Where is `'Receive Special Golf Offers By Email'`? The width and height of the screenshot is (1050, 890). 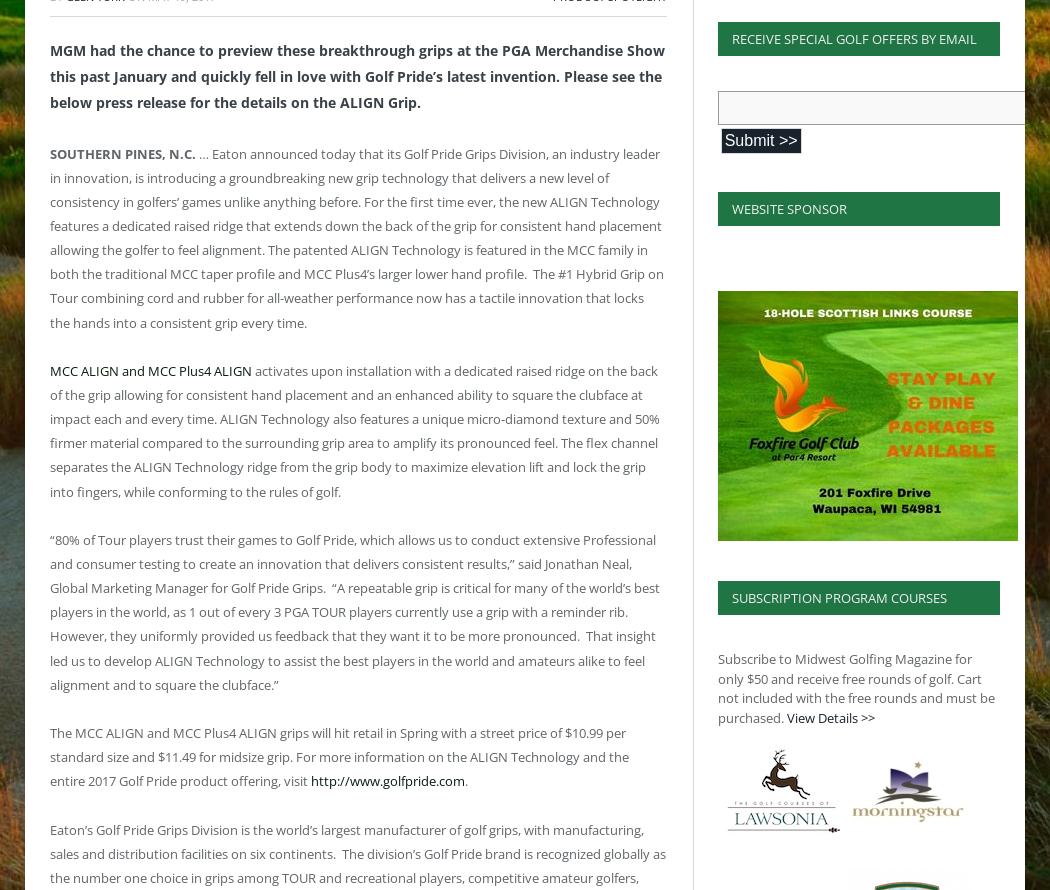 'Receive Special Golf Offers By Email' is located at coordinates (853, 38).